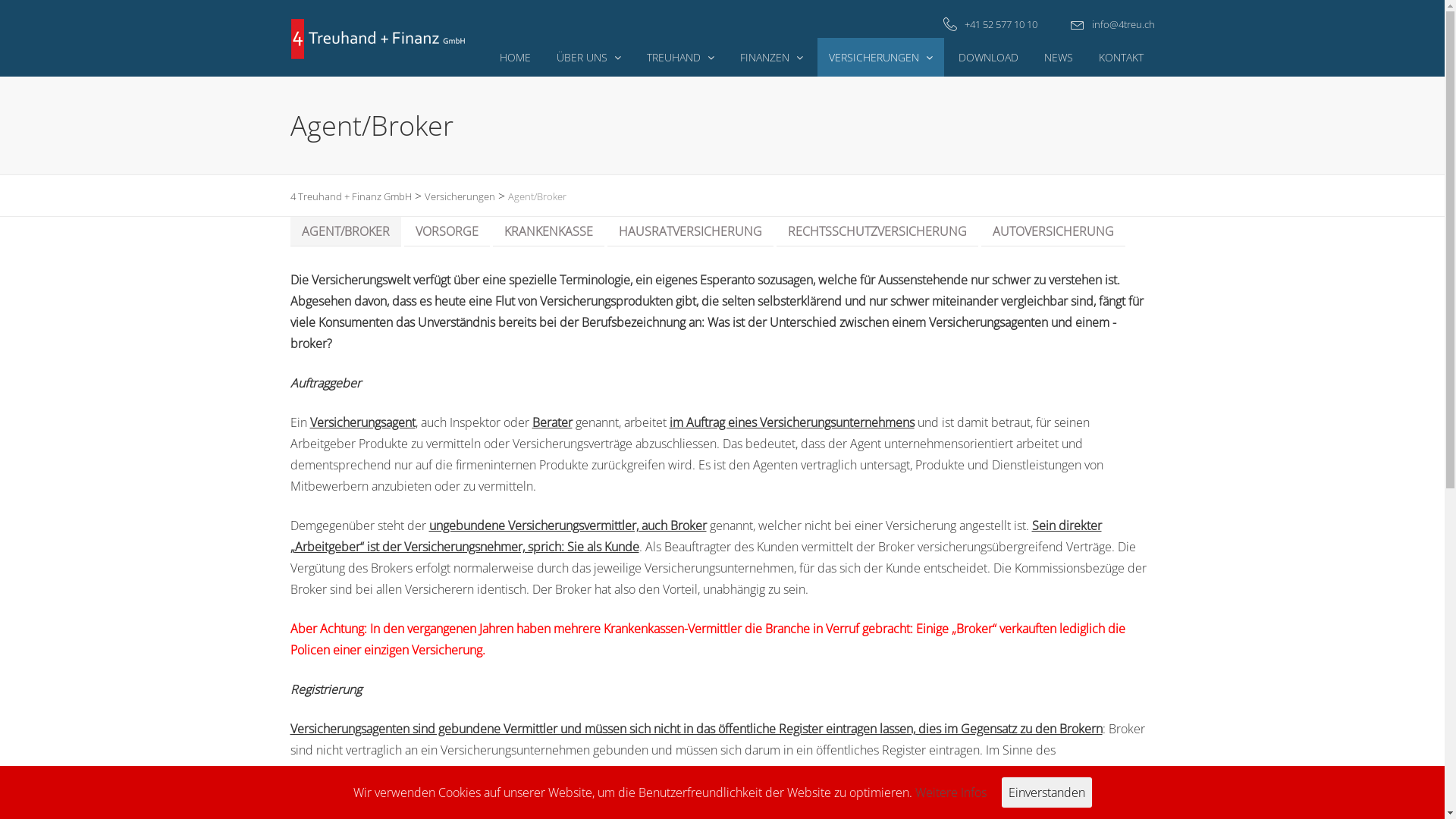  What do you see at coordinates (1032, 56) in the screenshot?
I see `'NEWS'` at bounding box center [1032, 56].